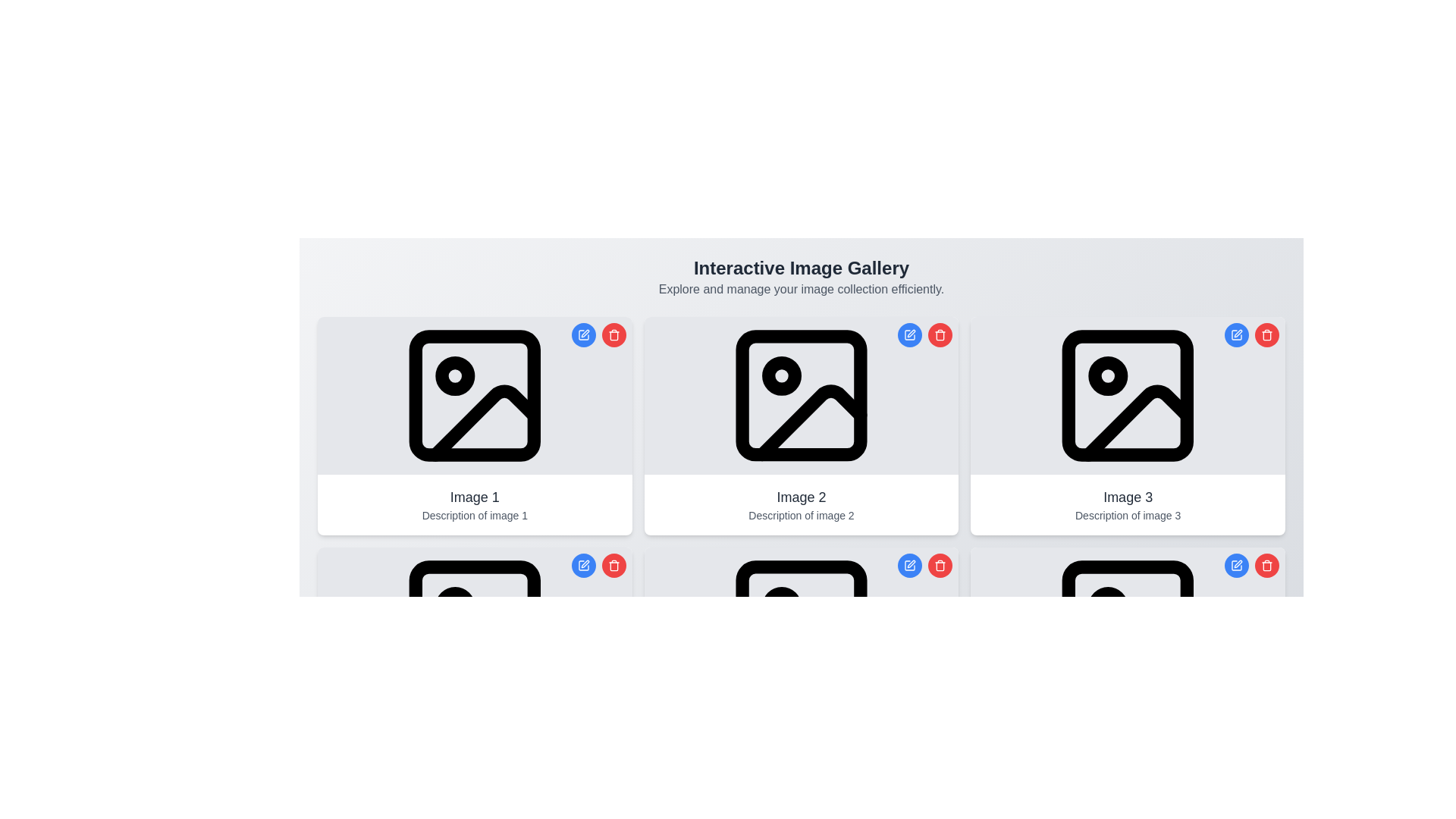 This screenshot has width=1456, height=819. What do you see at coordinates (800, 394) in the screenshot?
I see `the decorative rectangle that is part of the graphical image placeholder for the second image in the gallery, located near the top-left corner of the placeholder` at bounding box center [800, 394].